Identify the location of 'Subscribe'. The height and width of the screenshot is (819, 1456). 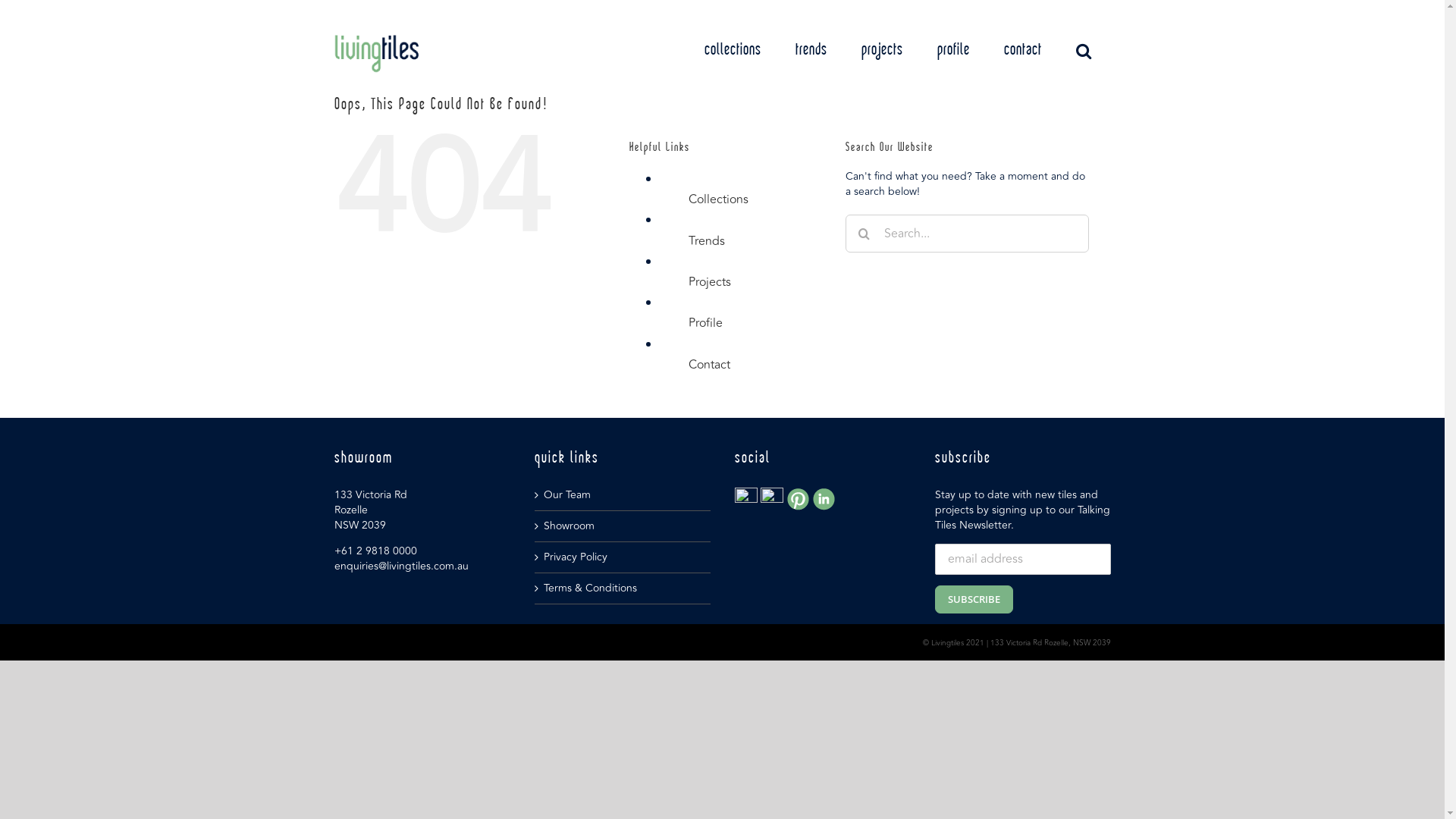
(934, 598).